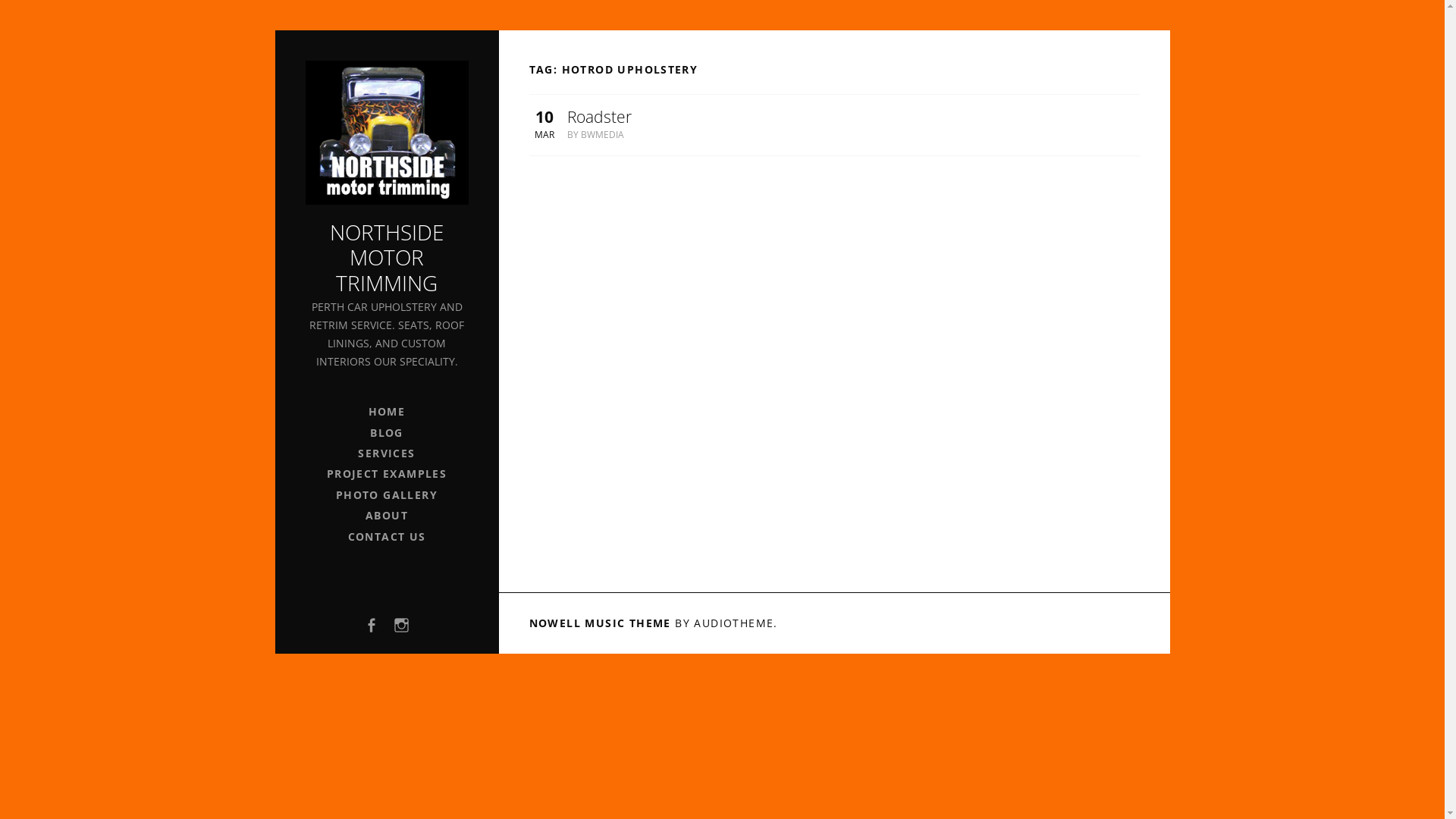 The height and width of the screenshot is (819, 1456). What do you see at coordinates (601, 133) in the screenshot?
I see `'BWMEDIA'` at bounding box center [601, 133].